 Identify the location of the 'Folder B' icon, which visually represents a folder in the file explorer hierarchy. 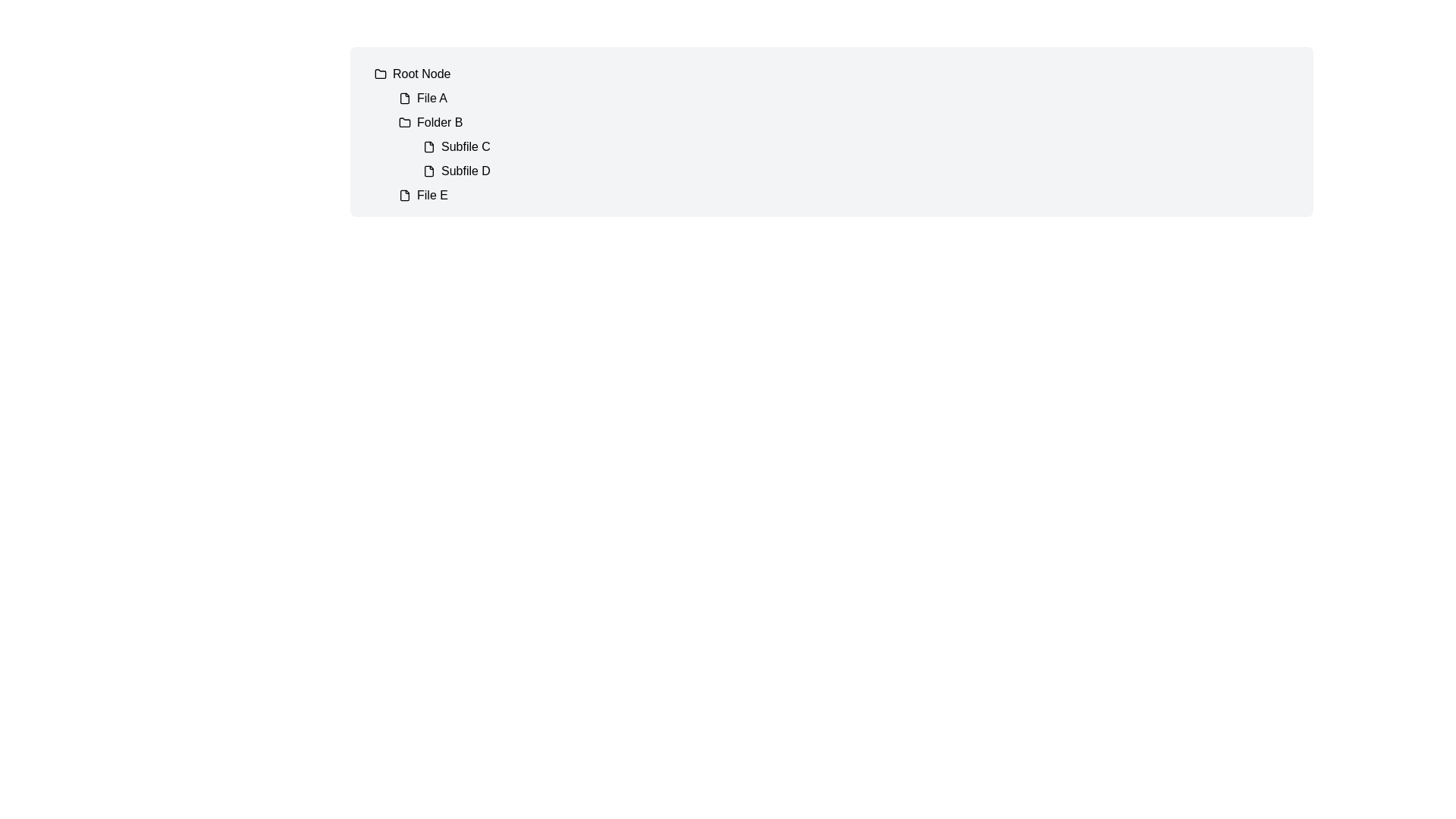
(404, 121).